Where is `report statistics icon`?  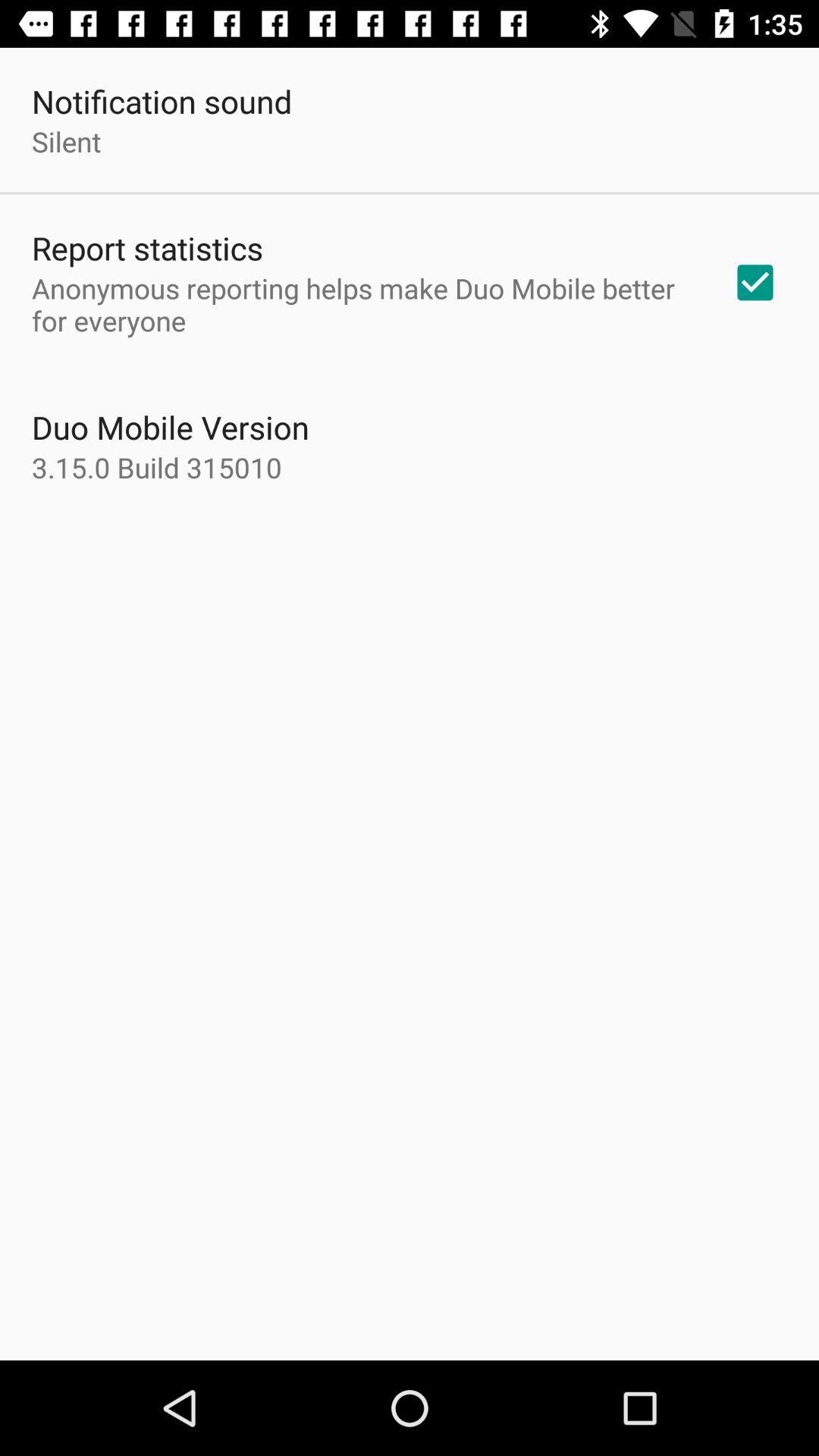 report statistics icon is located at coordinates (147, 247).